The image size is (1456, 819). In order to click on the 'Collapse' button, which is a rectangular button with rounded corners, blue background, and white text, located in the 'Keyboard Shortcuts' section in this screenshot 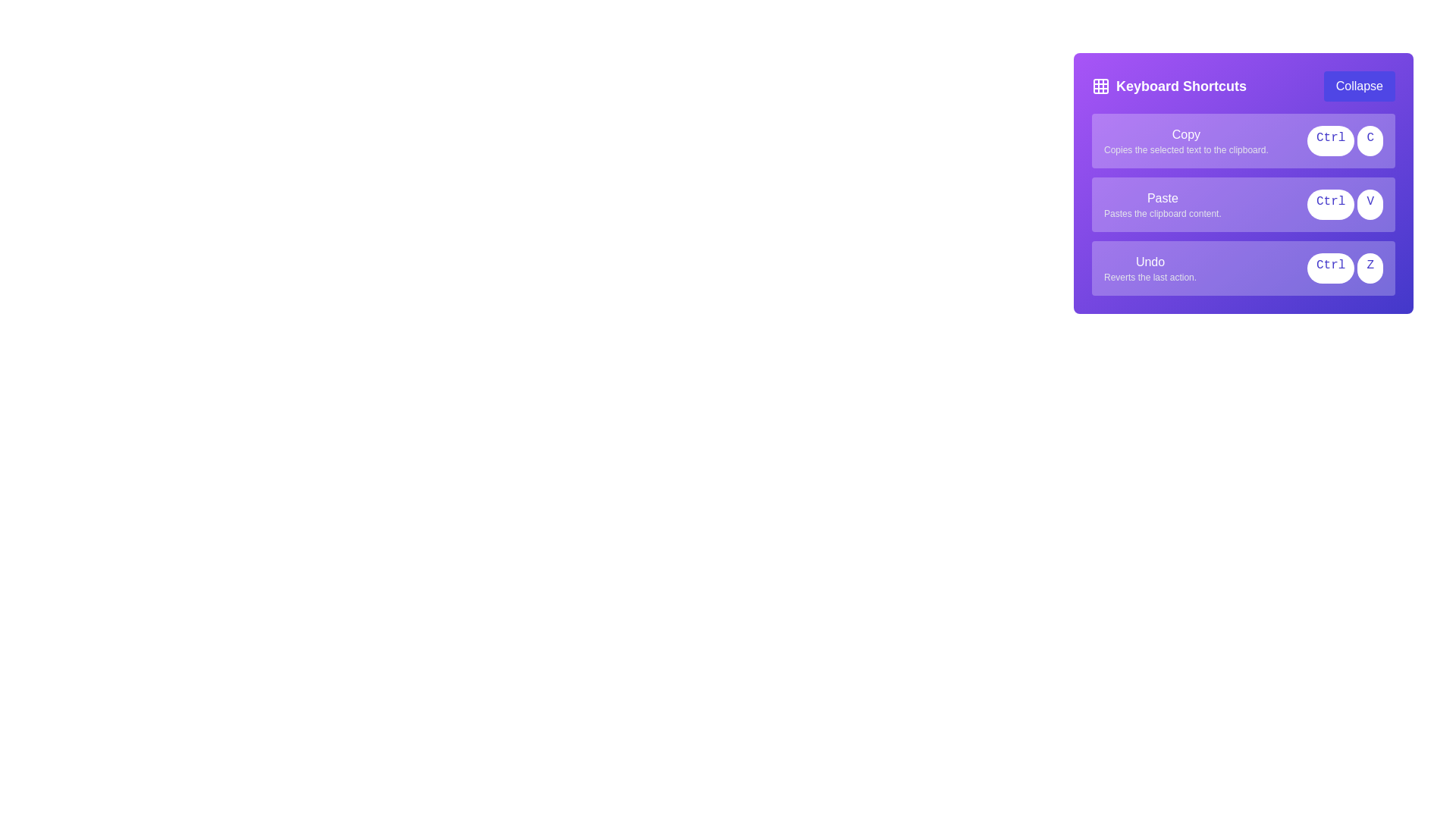, I will do `click(1359, 86)`.